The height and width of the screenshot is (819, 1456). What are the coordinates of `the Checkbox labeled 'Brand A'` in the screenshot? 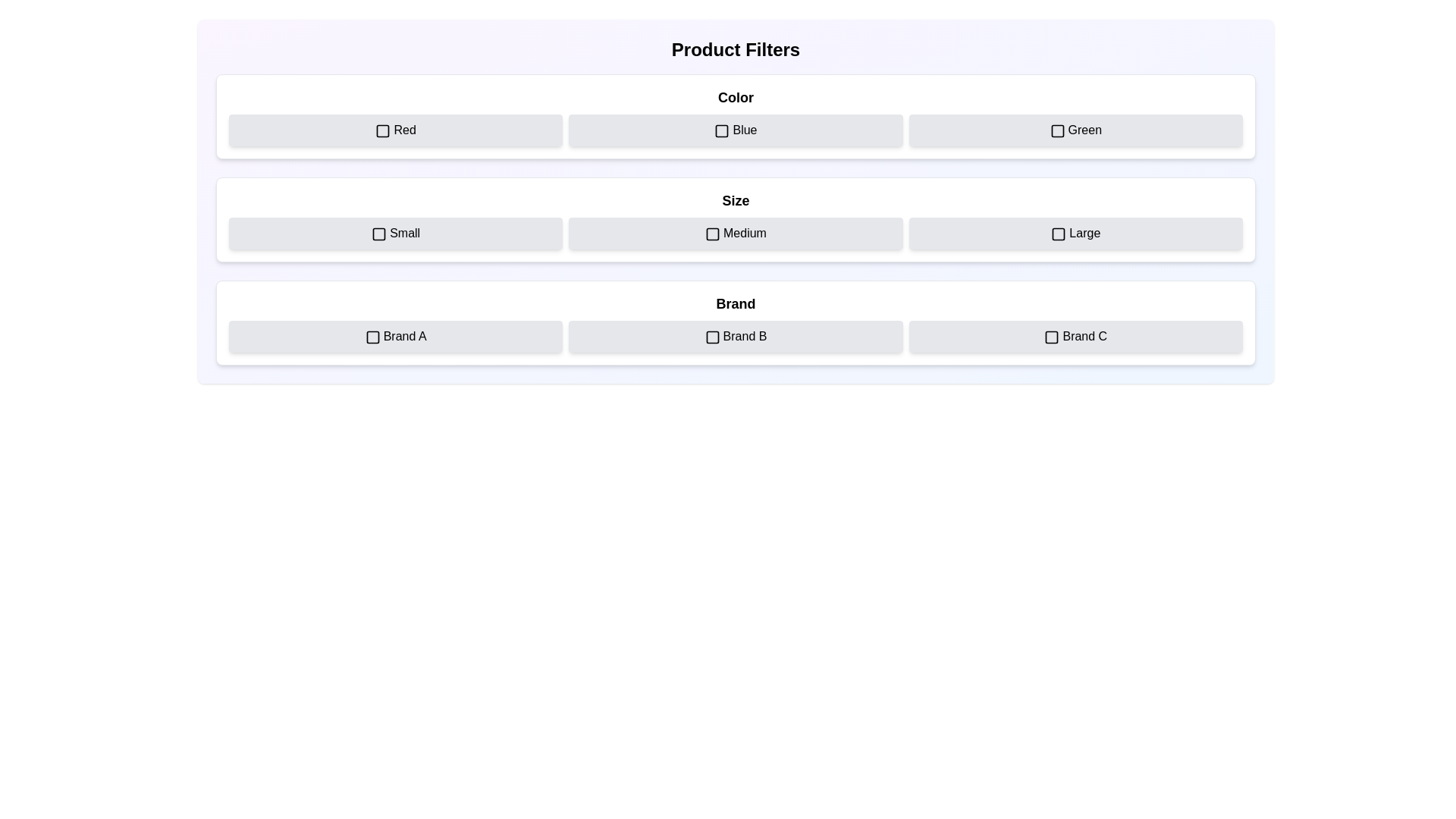 It's located at (396, 335).